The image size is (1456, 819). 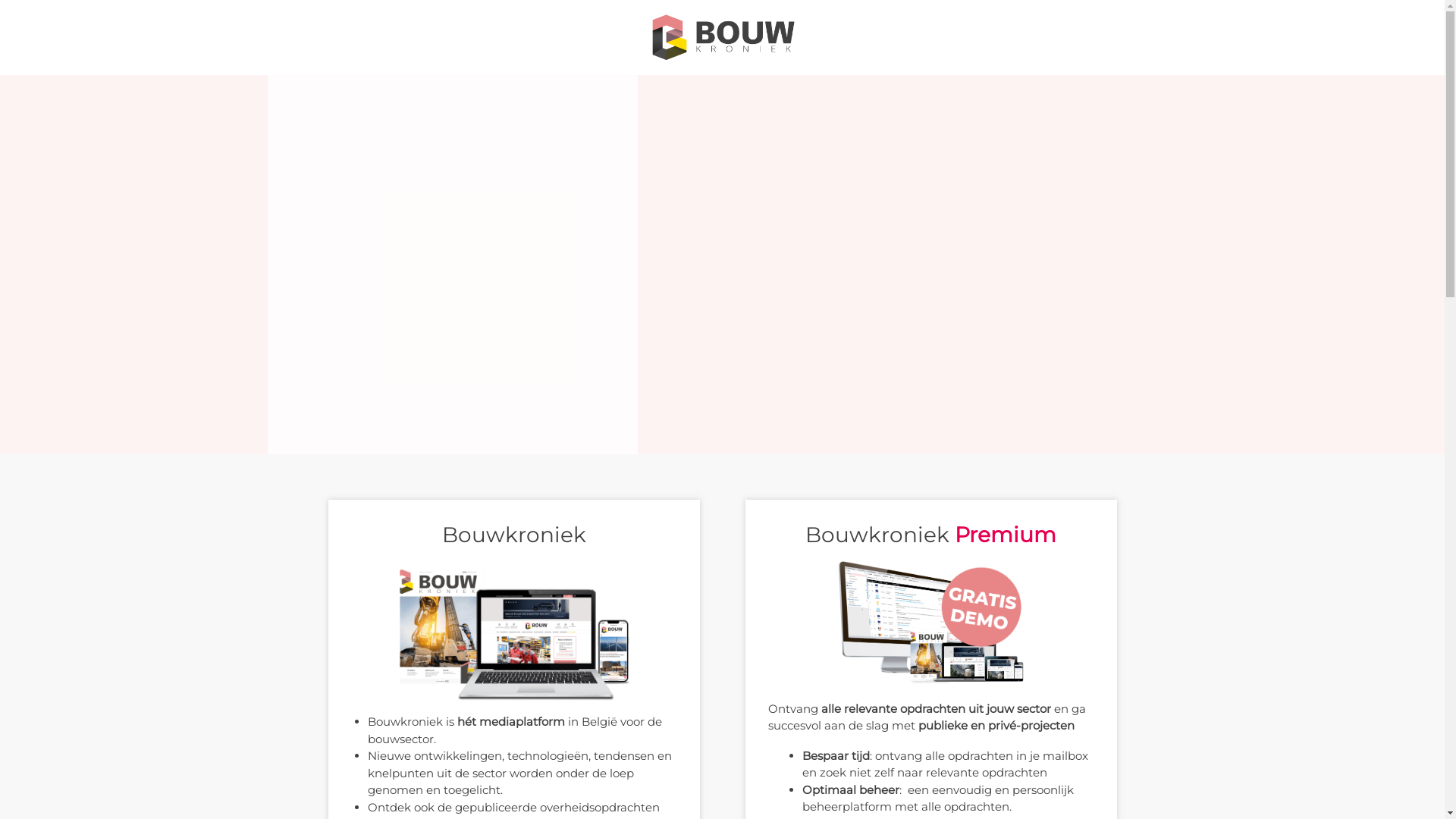 I want to click on 'BOUWKRONIEK-logo_plus_name_HORIZ', so click(x=720, y=36).